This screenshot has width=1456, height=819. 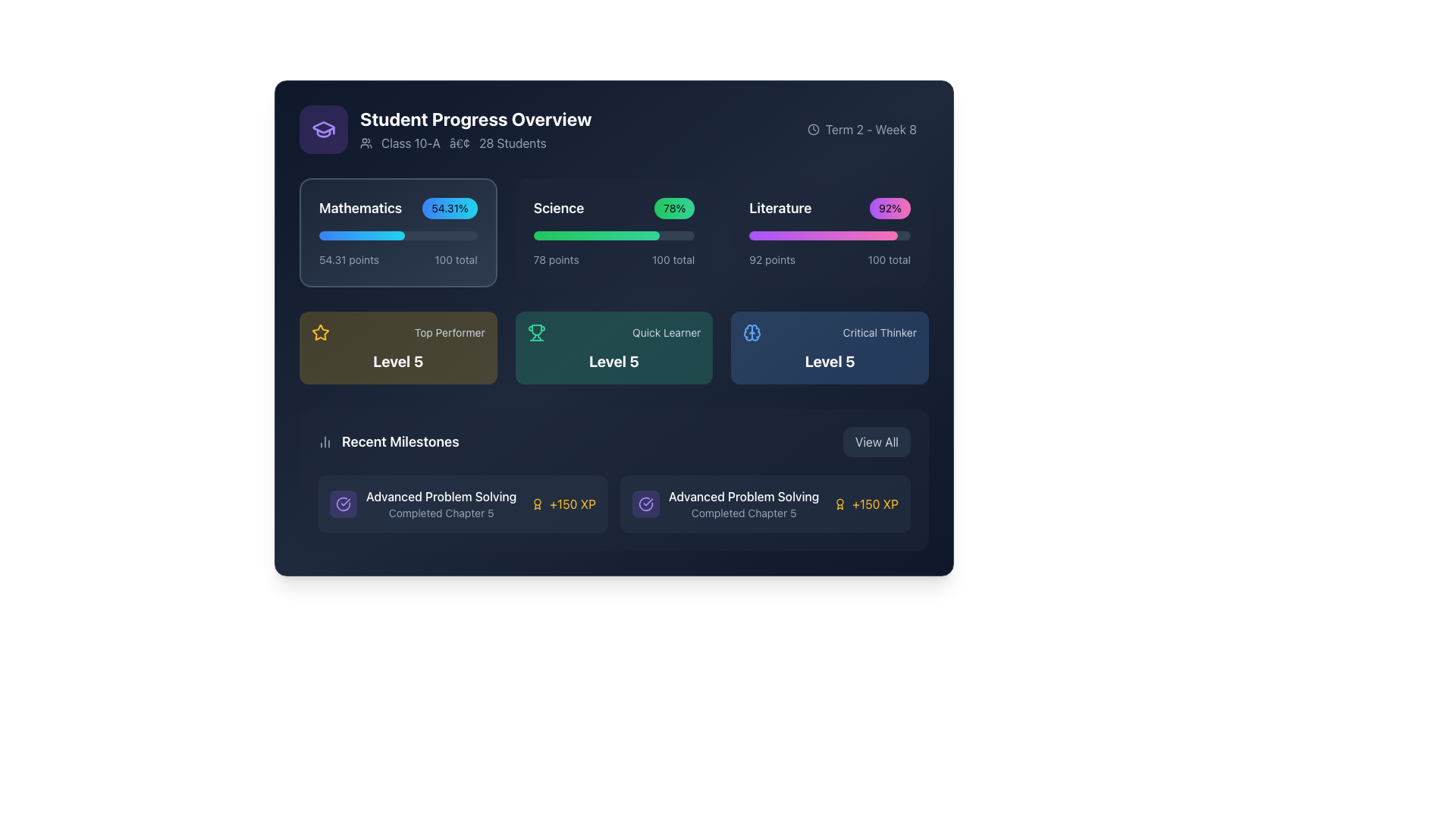 I want to click on the clock icon at the top-right of the interface, adjacent to the 'Term 2 - Week 8' text, so click(x=812, y=128).